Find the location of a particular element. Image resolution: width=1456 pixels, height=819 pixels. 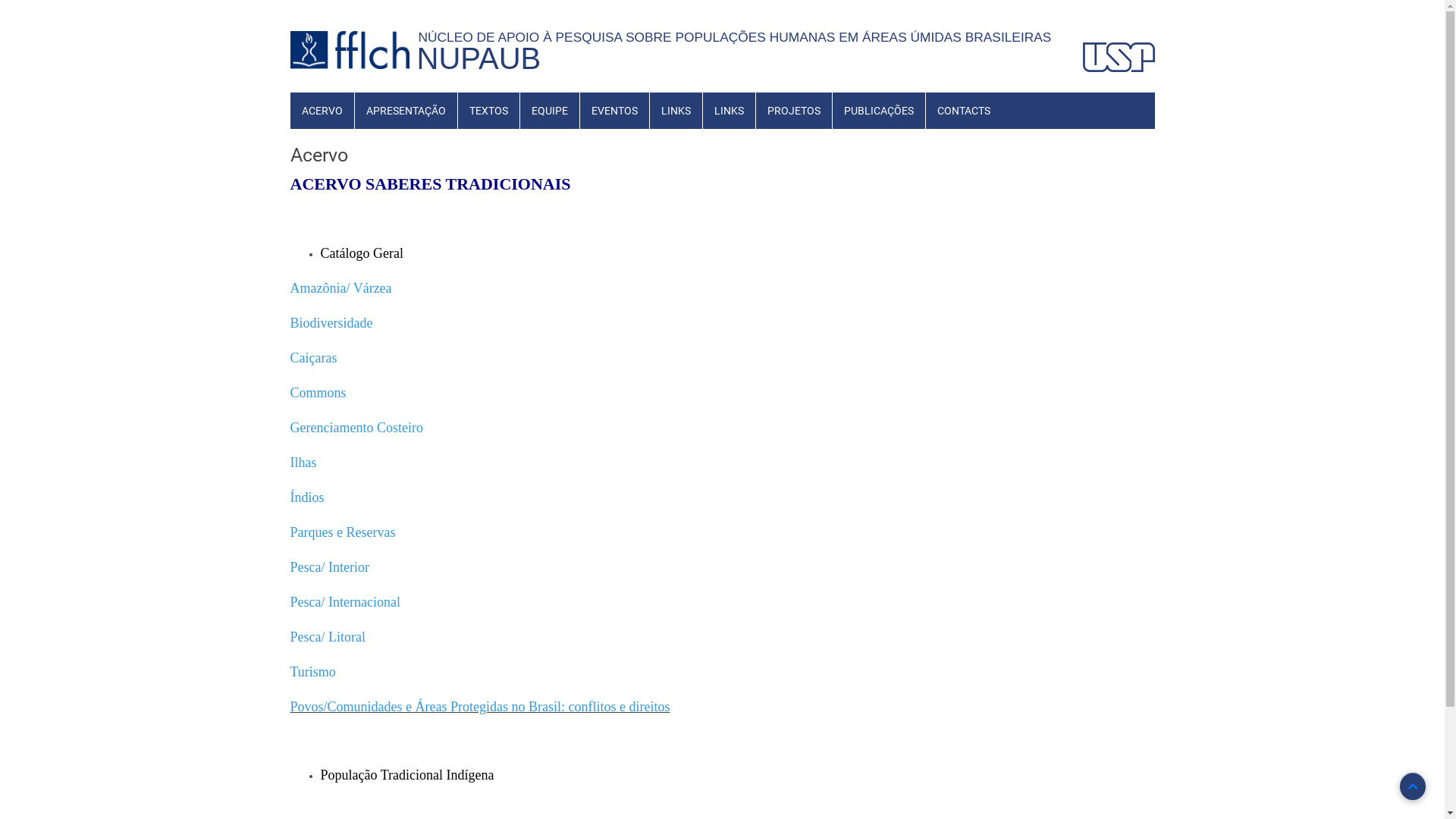

'Pesca/ Interior' is located at coordinates (290, 568).